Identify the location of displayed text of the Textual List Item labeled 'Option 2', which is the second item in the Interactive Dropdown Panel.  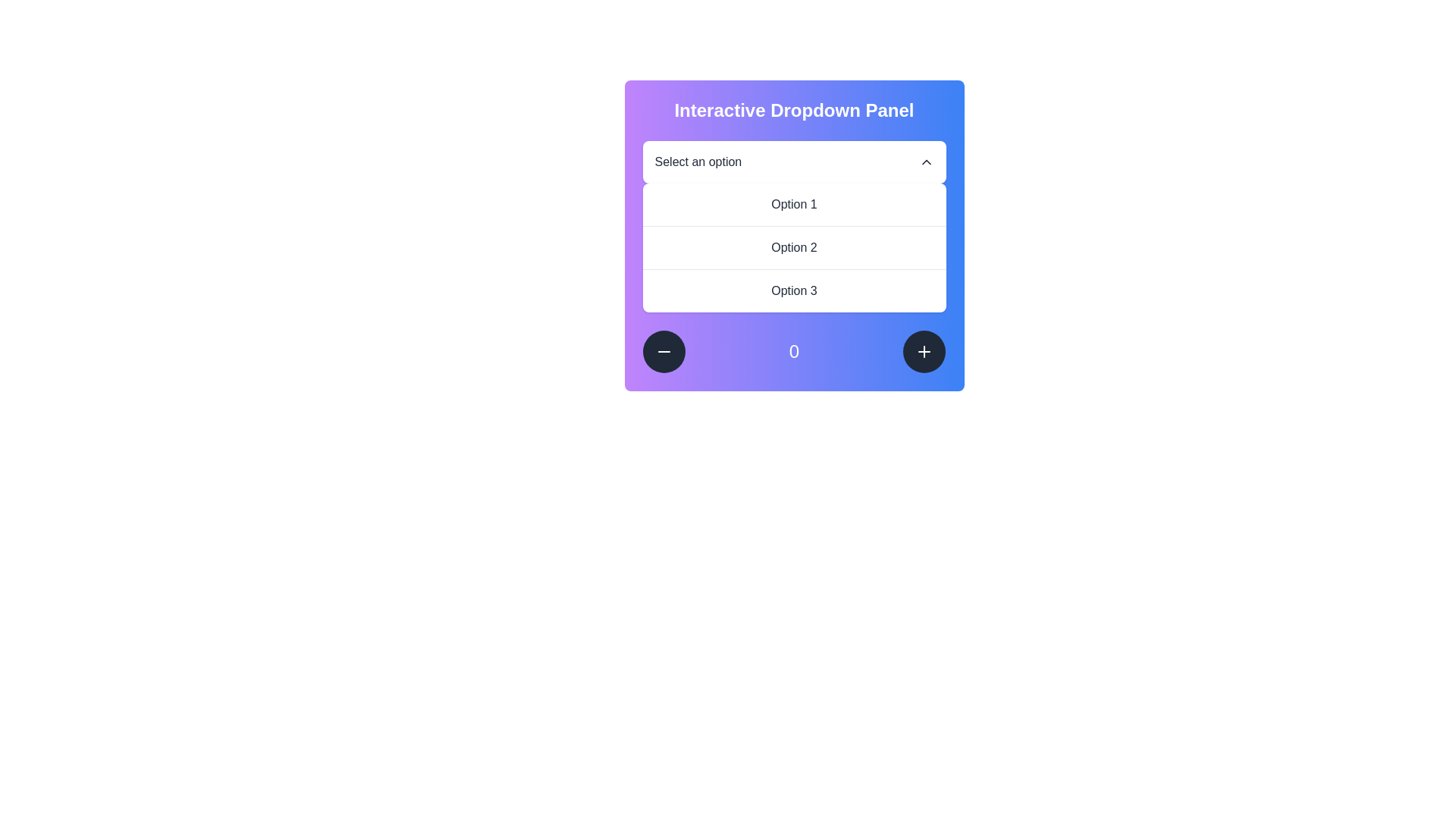
(793, 246).